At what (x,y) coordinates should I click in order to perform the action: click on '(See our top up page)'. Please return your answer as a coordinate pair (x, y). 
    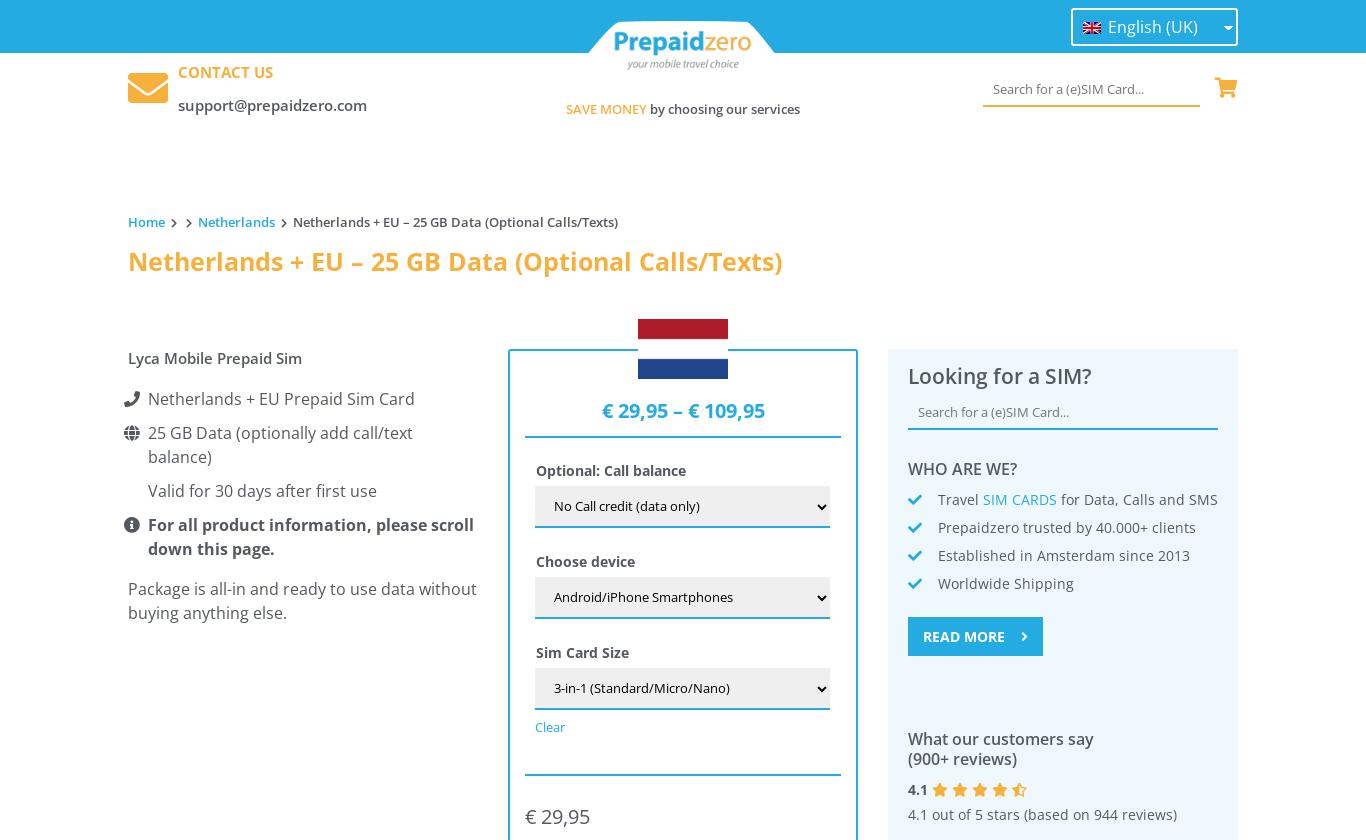
    Looking at the image, I should click on (199, 637).